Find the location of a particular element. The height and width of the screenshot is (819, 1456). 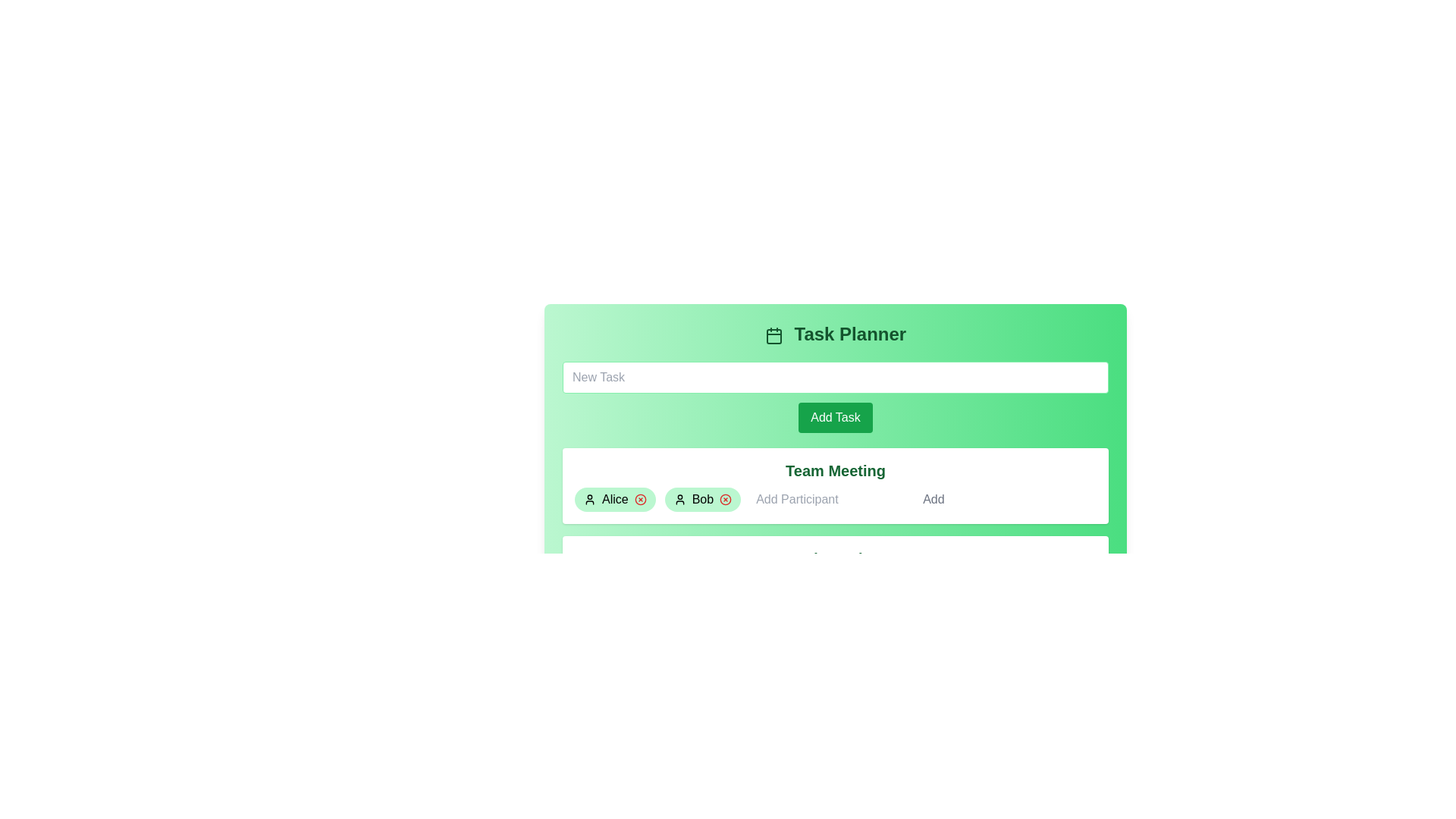

the Participant item card for 'Alice' located in the 'Team Meeting' section is located at coordinates (615, 500).